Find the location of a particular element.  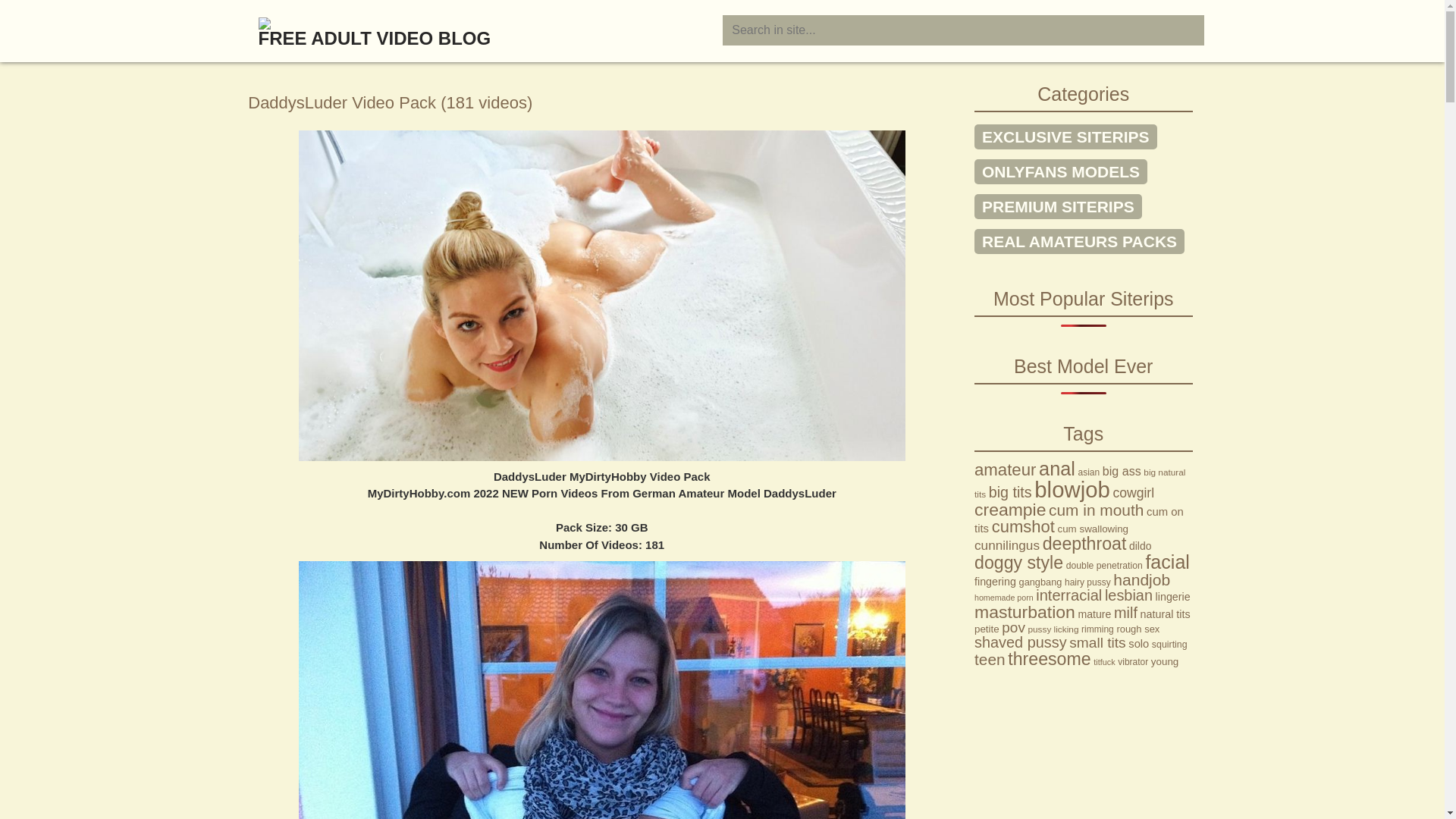

'natural tits' is located at coordinates (1164, 614).